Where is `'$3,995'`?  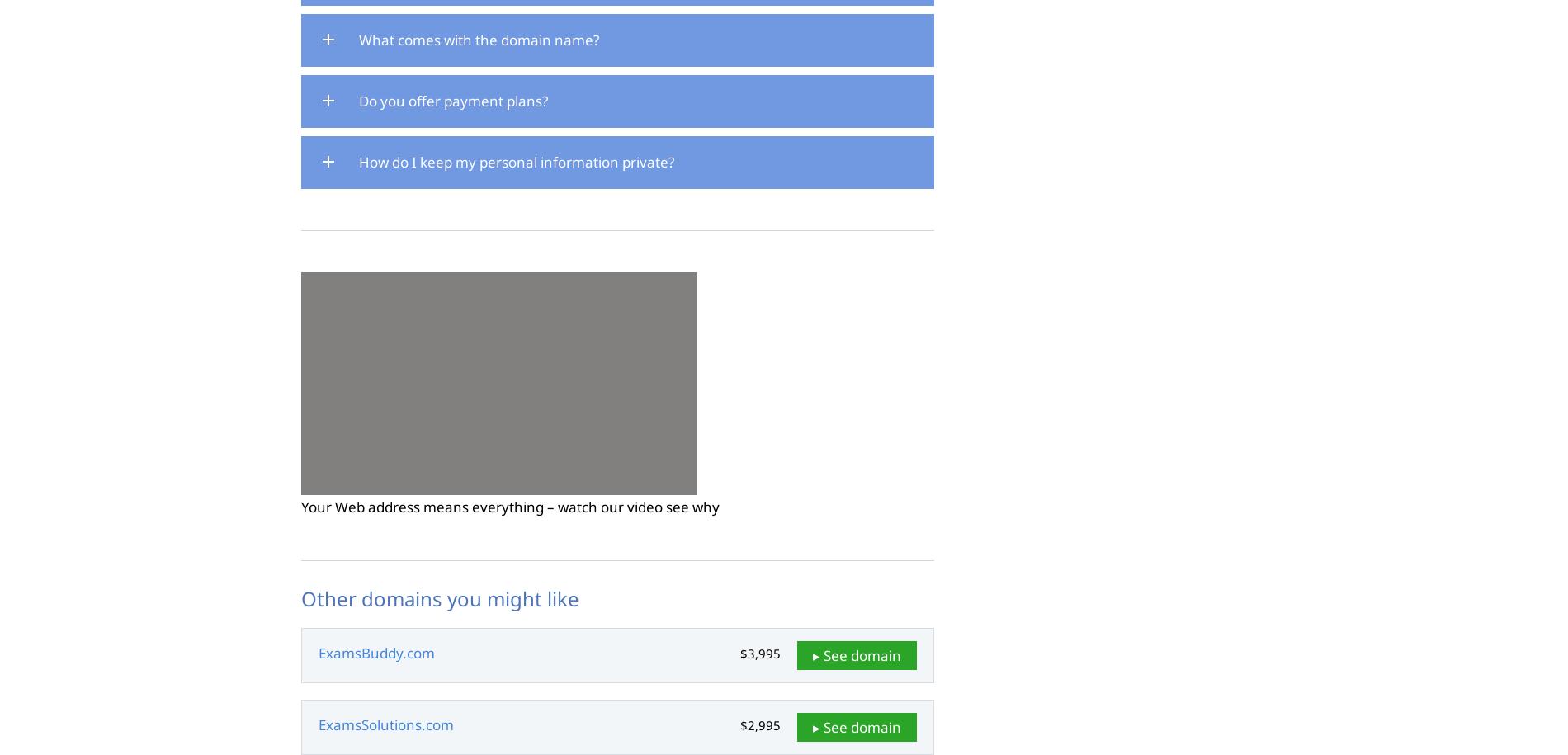
'$3,995' is located at coordinates (759, 653).